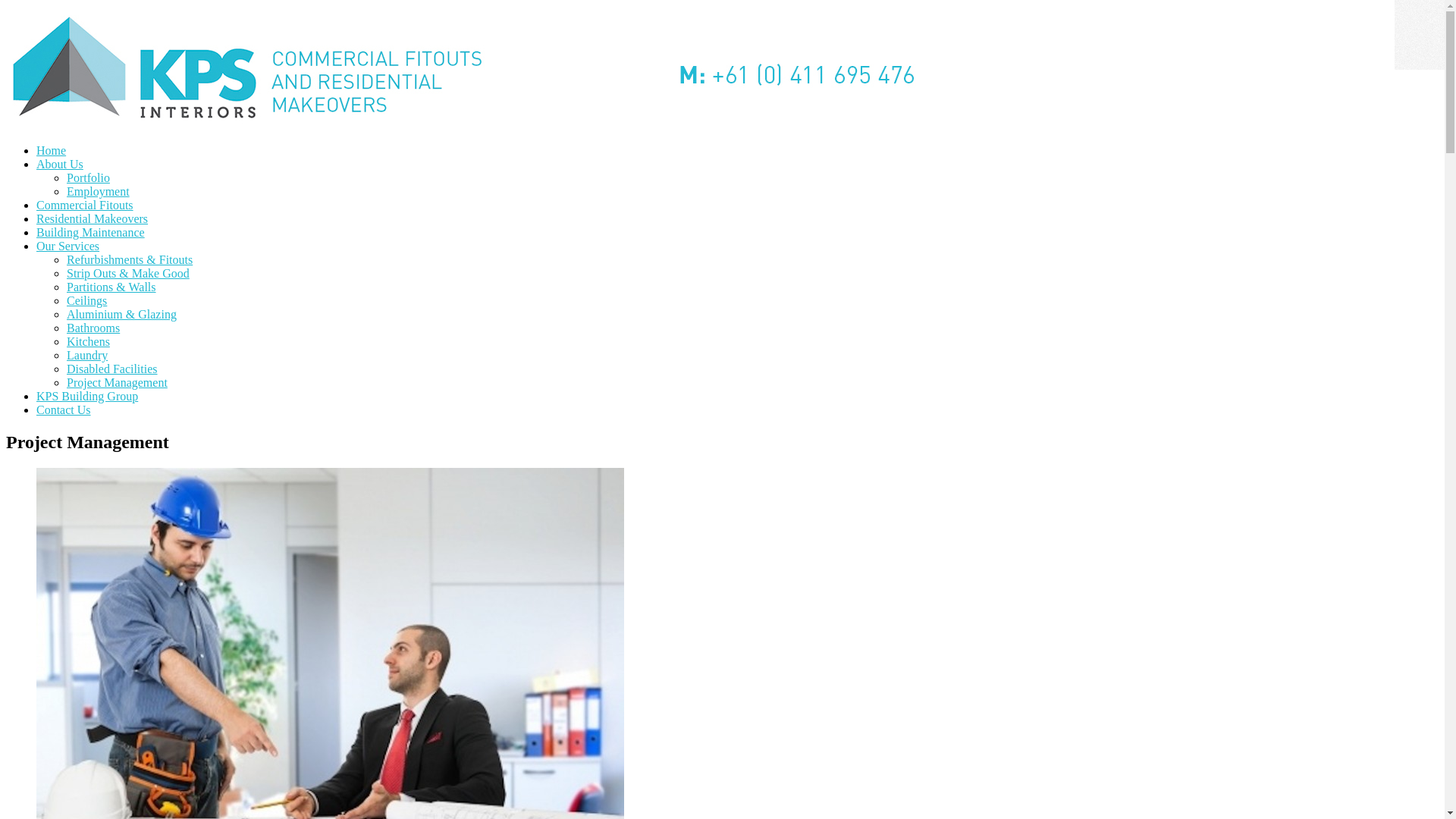 The width and height of the screenshot is (1456, 819). Describe the element at coordinates (65, 313) in the screenshot. I see `'Aluminium & Glazing'` at that location.